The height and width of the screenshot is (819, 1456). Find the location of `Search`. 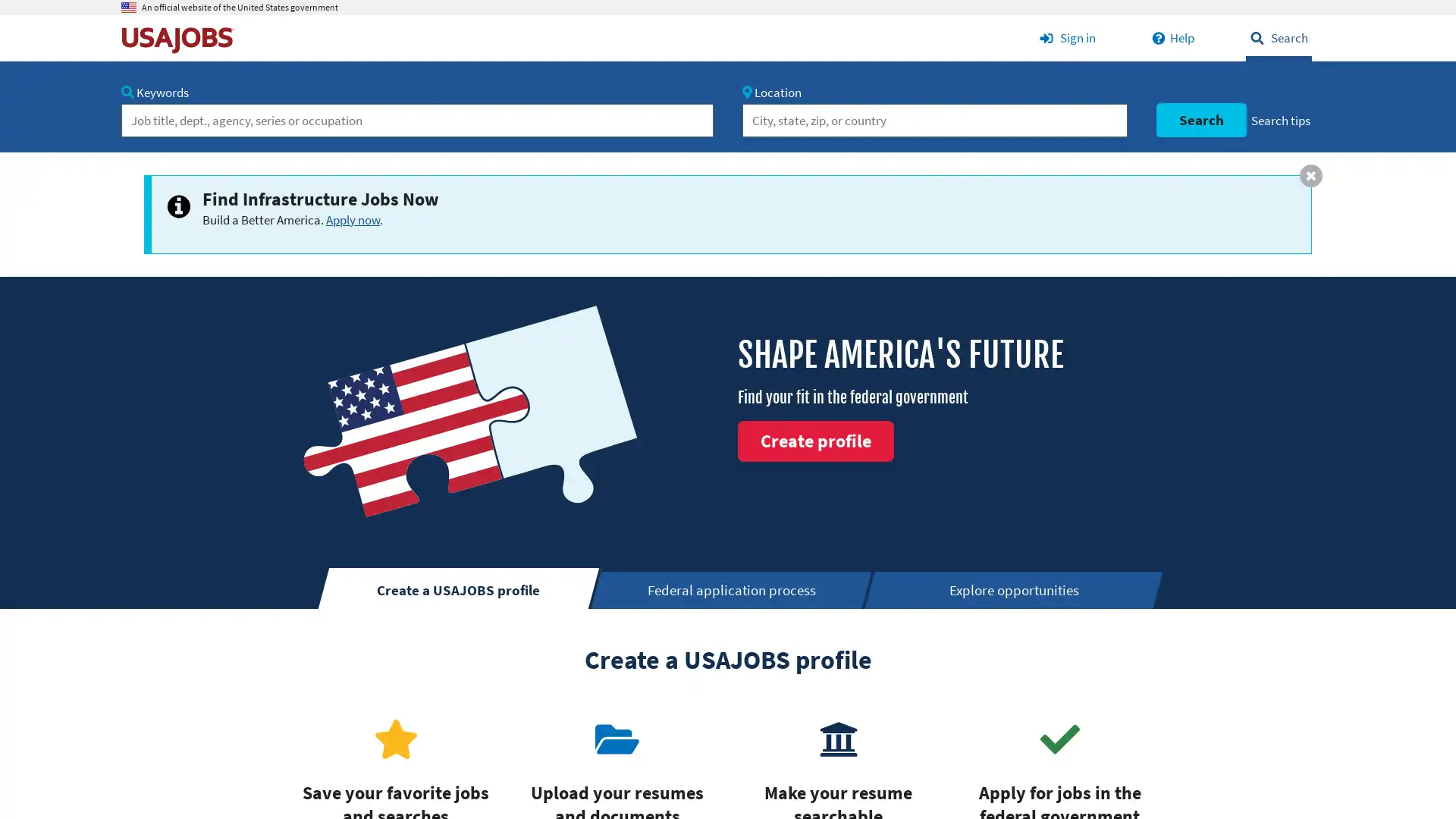

Search is located at coordinates (1200, 119).